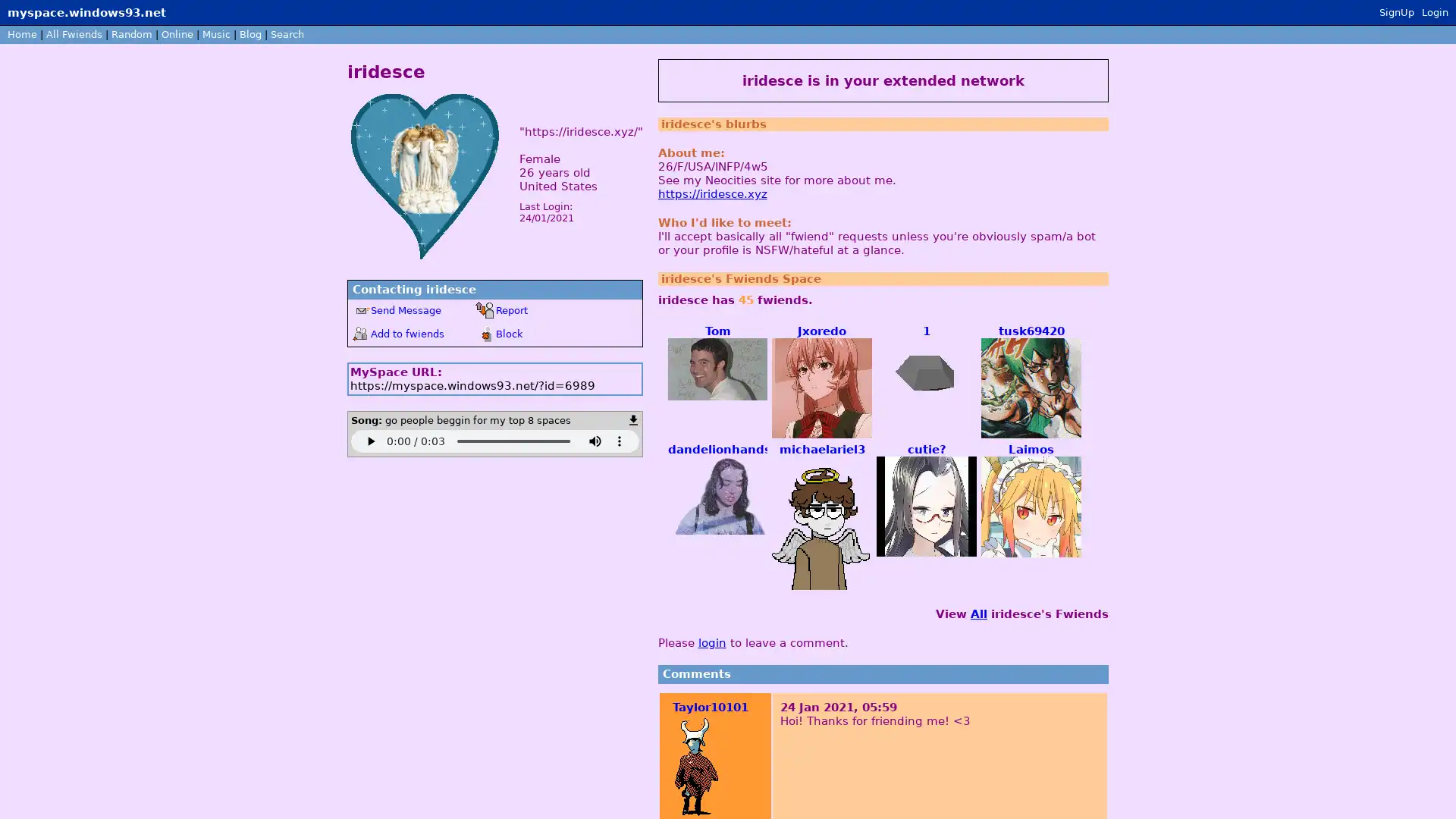  I want to click on play, so click(371, 441).